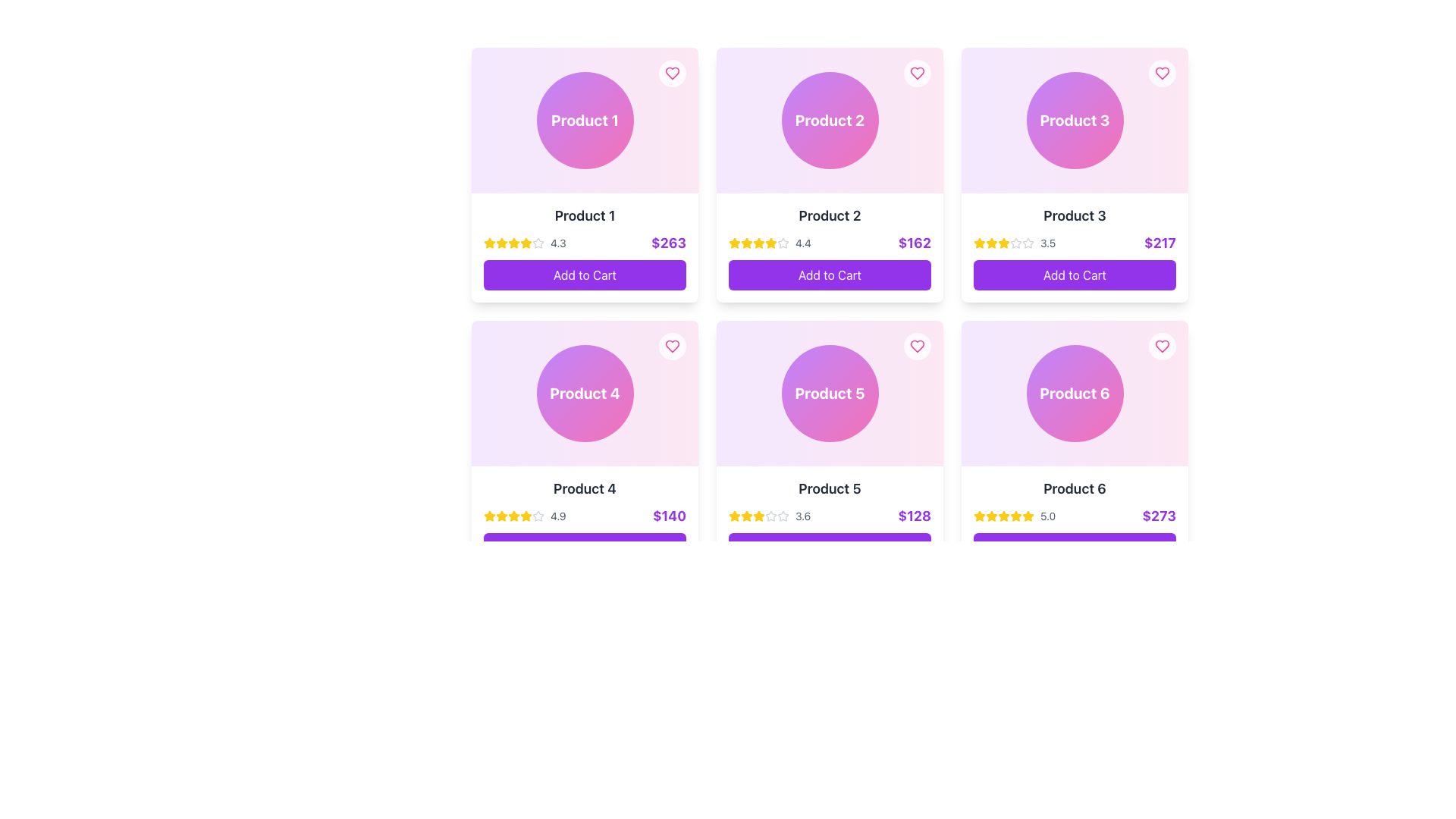 The width and height of the screenshot is (1456, 819). What do you see at coordinates (771, 515) in the screenshot?
I see `the fourth star-shaped icon in the rating row under the product card titled 'Product 5'` at bounding box center [771, 515].